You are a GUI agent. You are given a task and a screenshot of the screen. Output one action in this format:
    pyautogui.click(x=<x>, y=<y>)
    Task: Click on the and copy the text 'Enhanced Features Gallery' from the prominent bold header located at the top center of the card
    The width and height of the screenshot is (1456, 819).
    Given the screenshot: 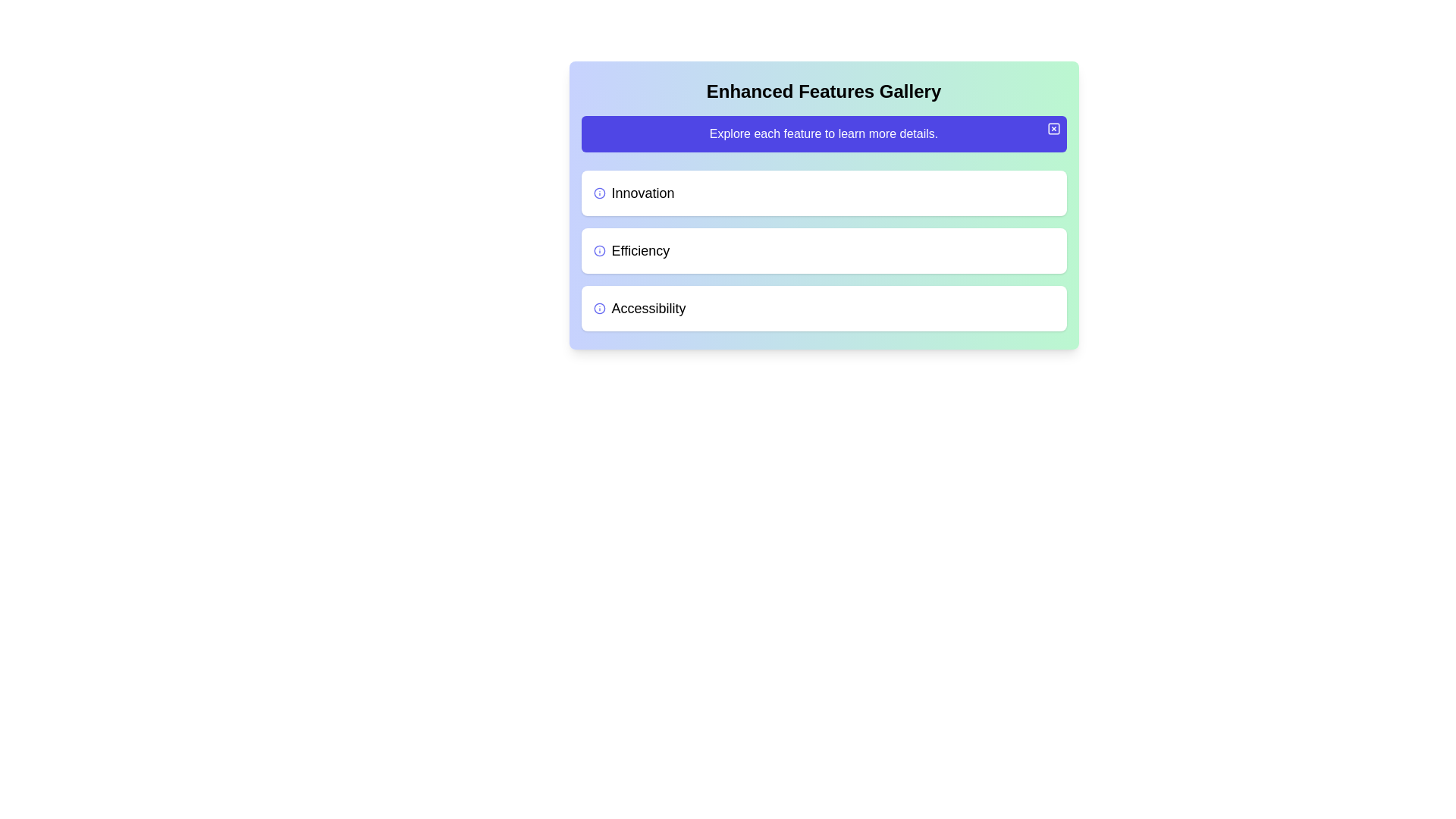 What is the action you would take?
    pyautogui.click(x=823, y=91)
    